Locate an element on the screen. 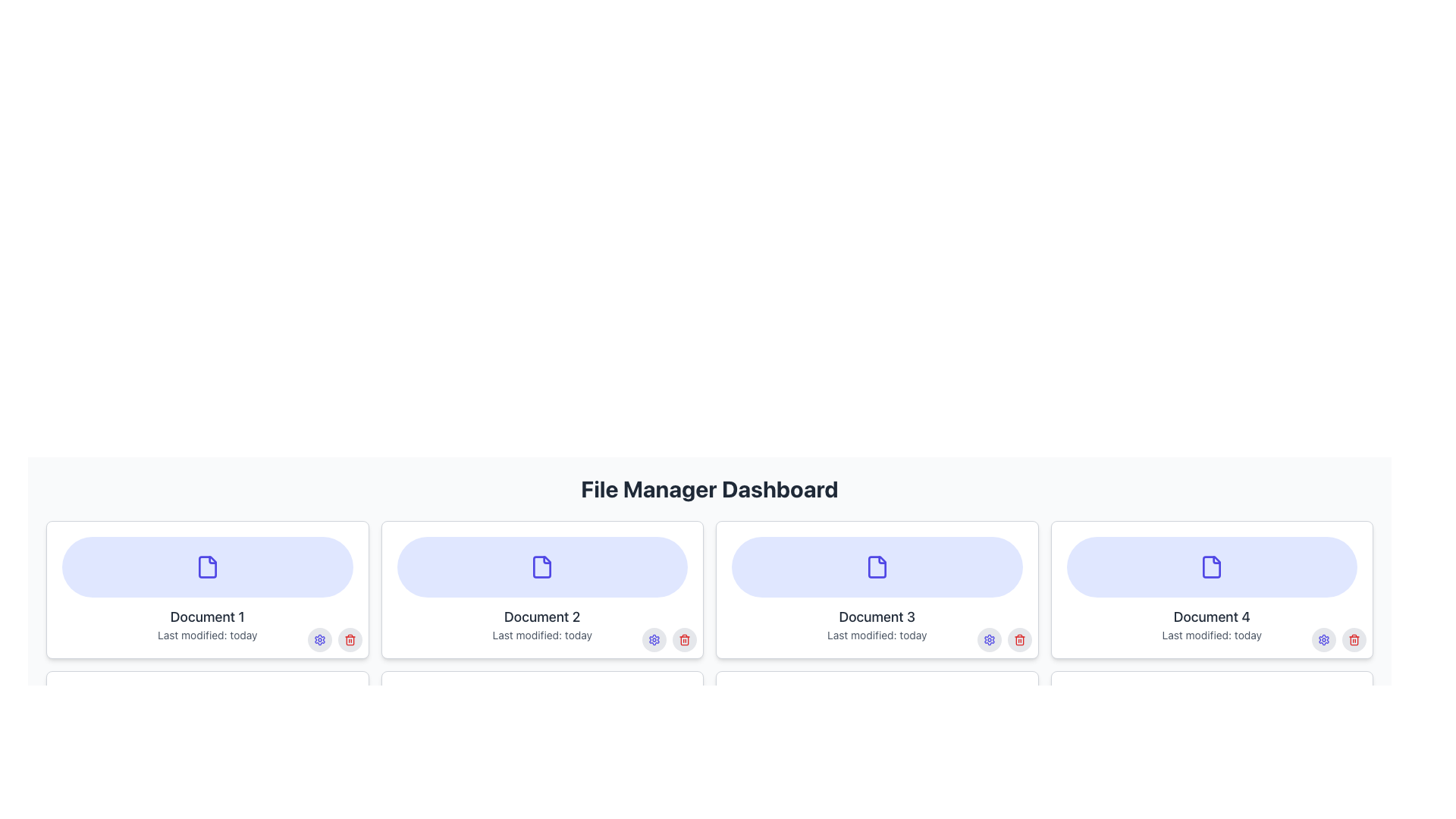  the circular settings button with a gray background and gear icon located at the bottom-right corner of the first document card is located at coordinates (318, 640).